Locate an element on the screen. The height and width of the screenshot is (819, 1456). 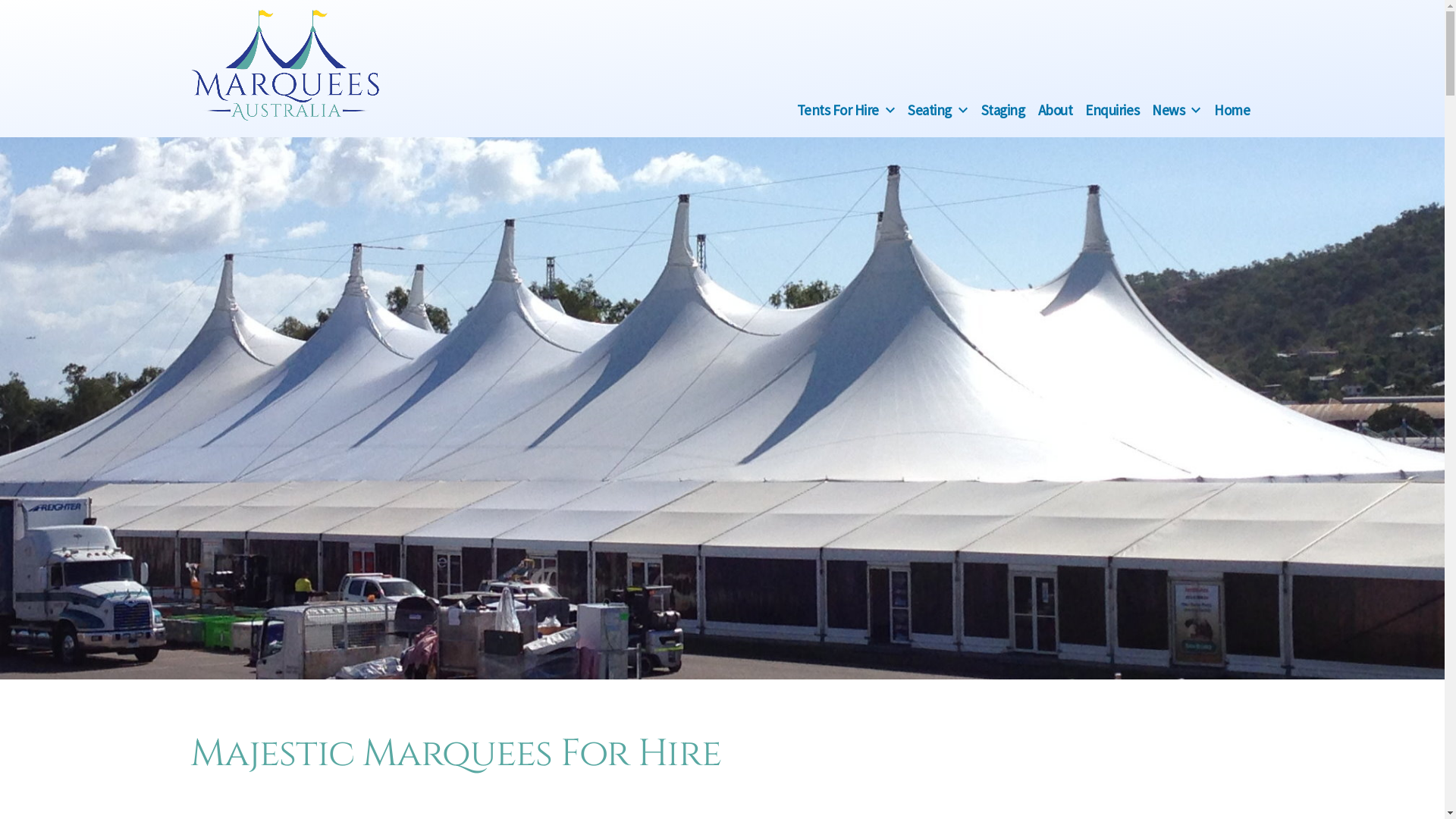
'Enquiries' is located at coordinates (1112, 108).